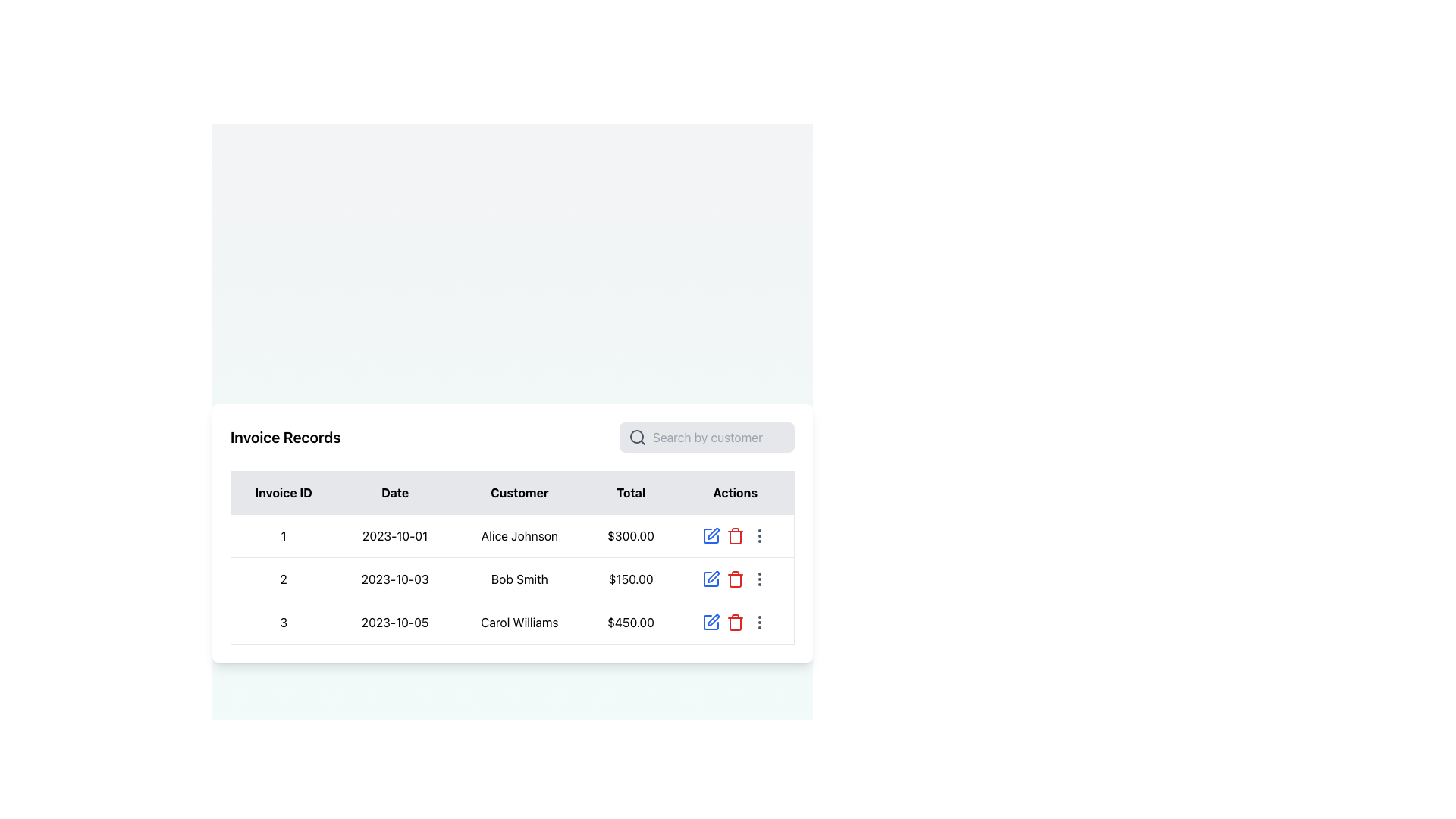 Image resolution: width=1456 pixels, height=819 pixels. Describe the element at coordinates (395, 579) in the screenshot. I see `the 'Date' cell` at that location.